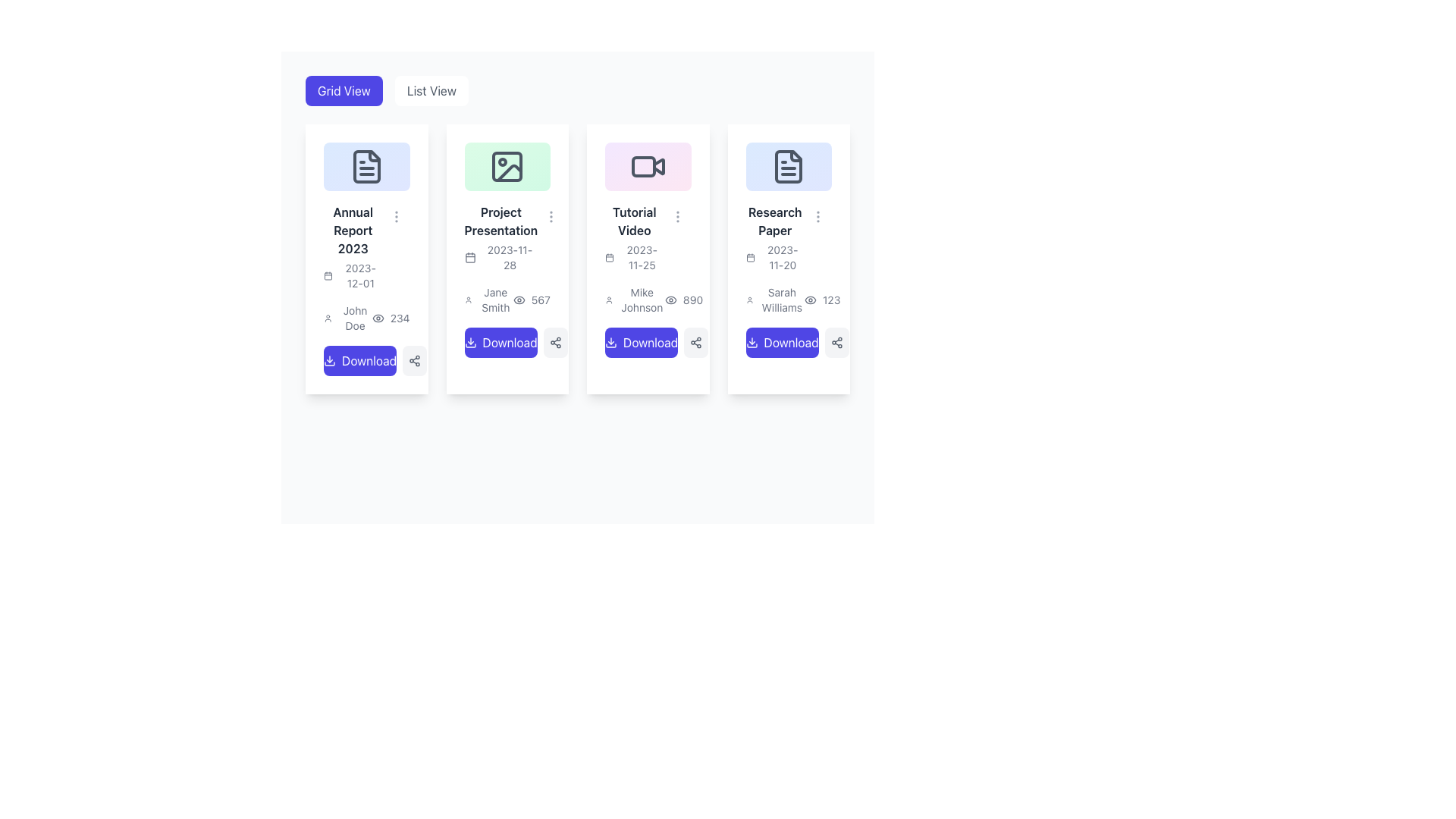  What do you see at coordinates (648, 342) in the screenshot?
I see `the 'Download' button for the 'Tutorial Video' file` at bounding box center [648, 342].